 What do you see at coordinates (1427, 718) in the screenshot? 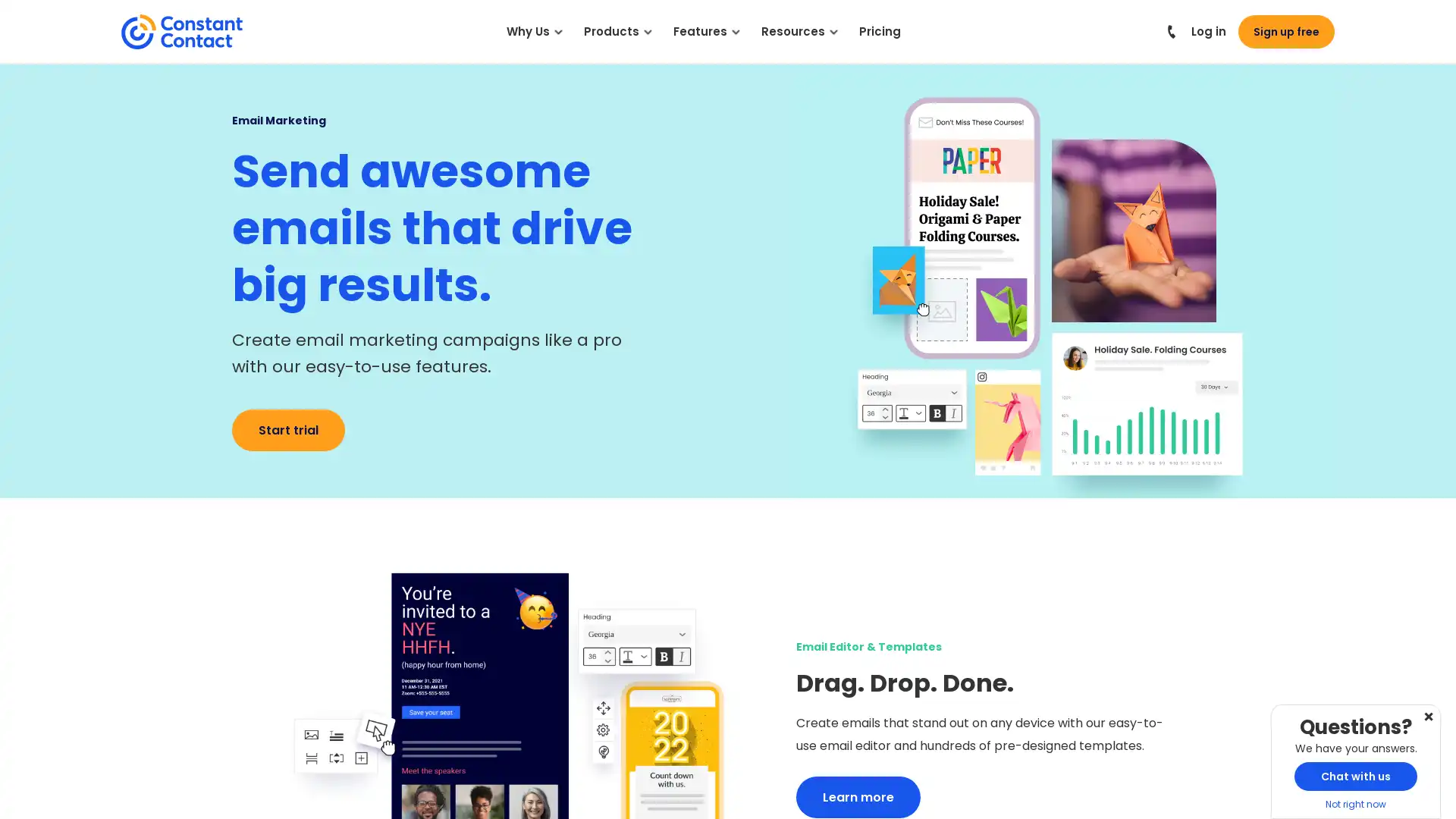
I see `Not right now` at bounding box center [1427, 718].